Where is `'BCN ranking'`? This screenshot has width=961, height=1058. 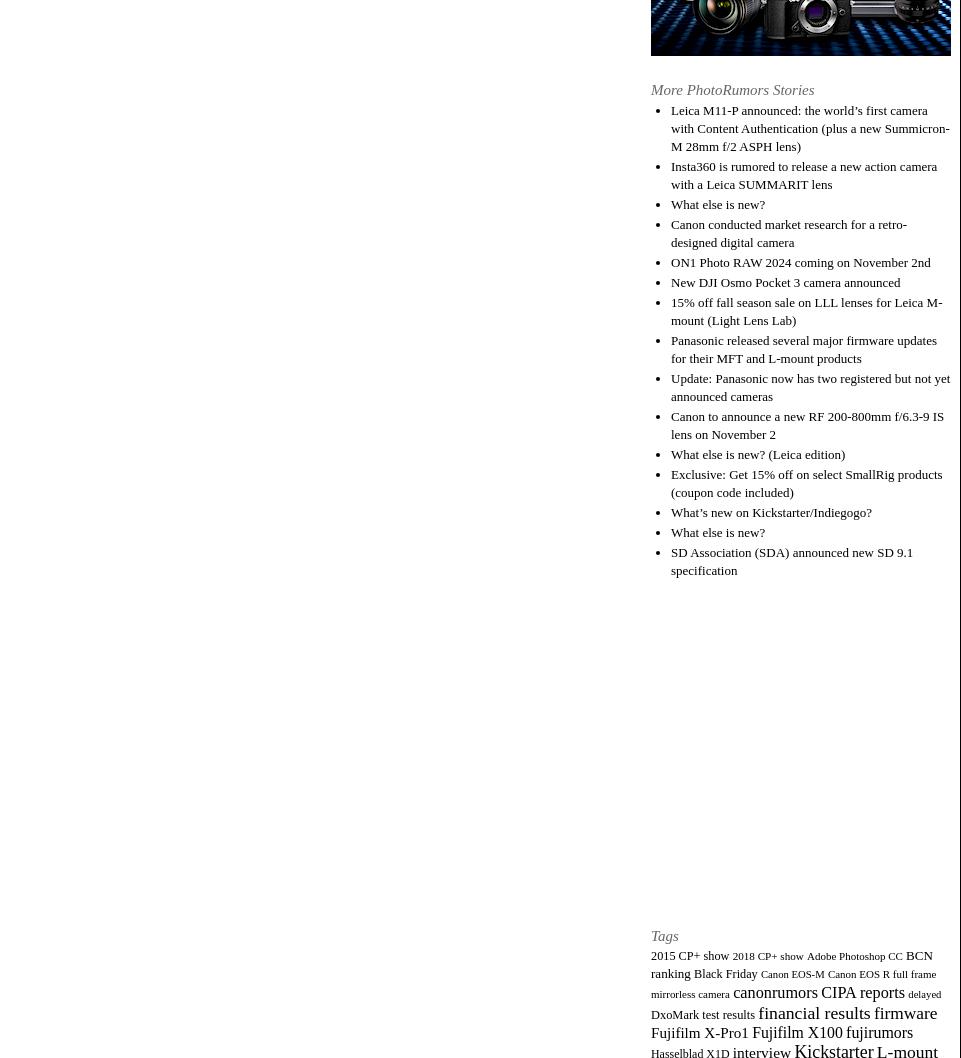 'BCN ranking' is located at coordinates (790, 963).